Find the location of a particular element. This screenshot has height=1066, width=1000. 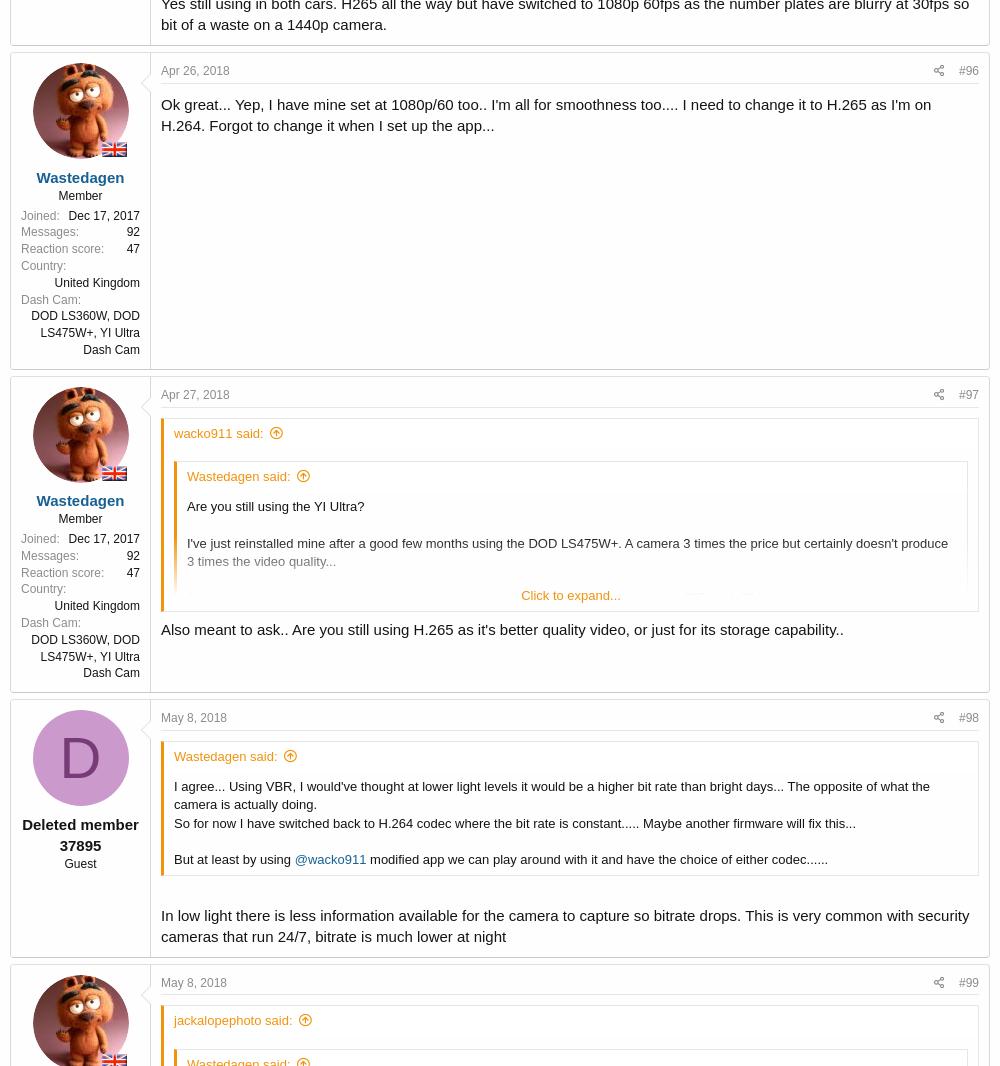

'wacko911 said:' is located at coordinates (174, 432).